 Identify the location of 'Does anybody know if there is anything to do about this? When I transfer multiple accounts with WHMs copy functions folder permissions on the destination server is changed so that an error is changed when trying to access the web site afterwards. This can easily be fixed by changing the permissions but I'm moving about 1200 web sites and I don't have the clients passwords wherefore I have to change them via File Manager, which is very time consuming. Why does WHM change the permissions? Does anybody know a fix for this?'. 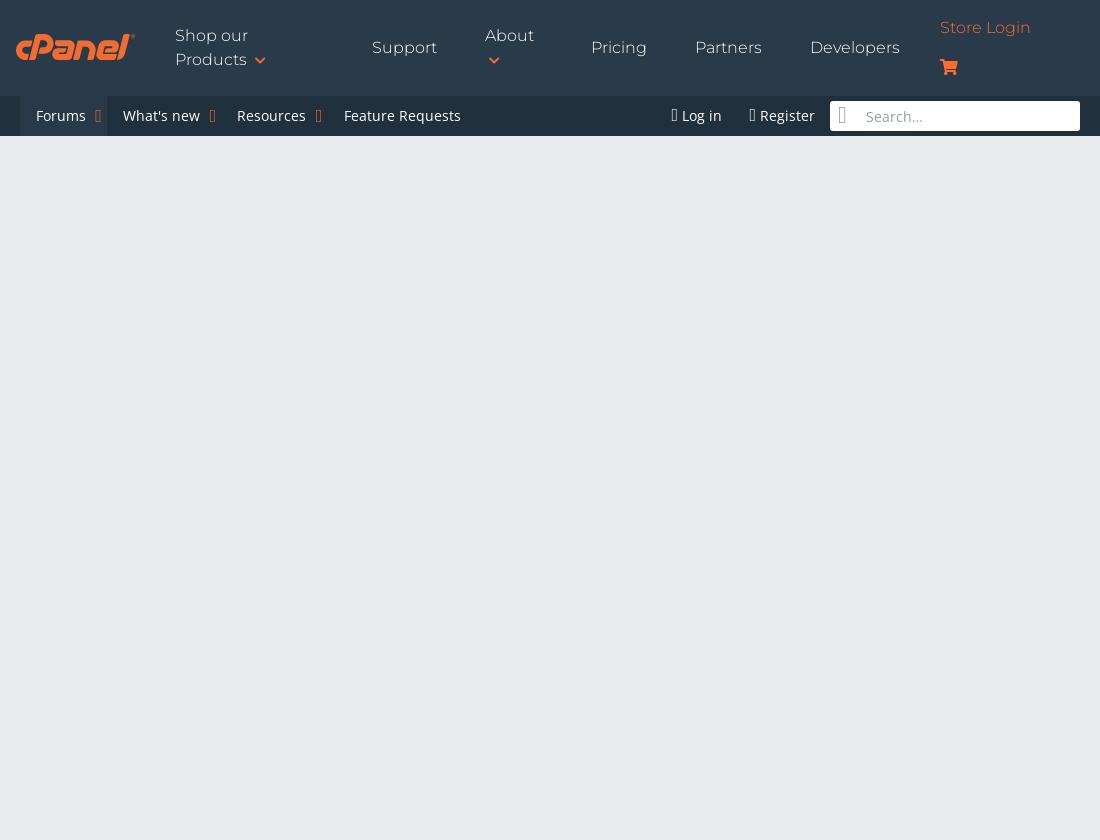
(545, 496).